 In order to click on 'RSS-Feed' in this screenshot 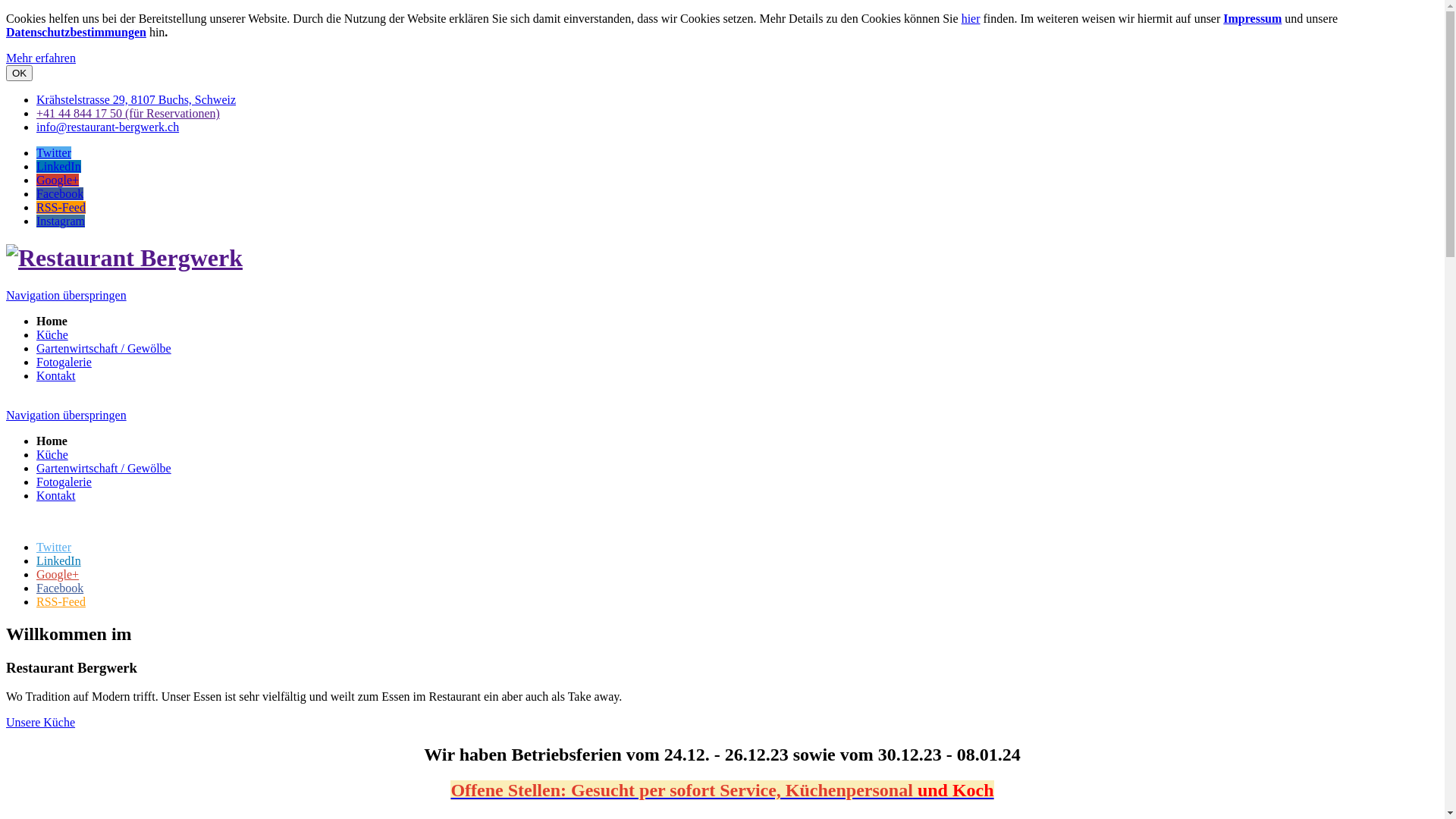, I will do `click(61, 601)`.